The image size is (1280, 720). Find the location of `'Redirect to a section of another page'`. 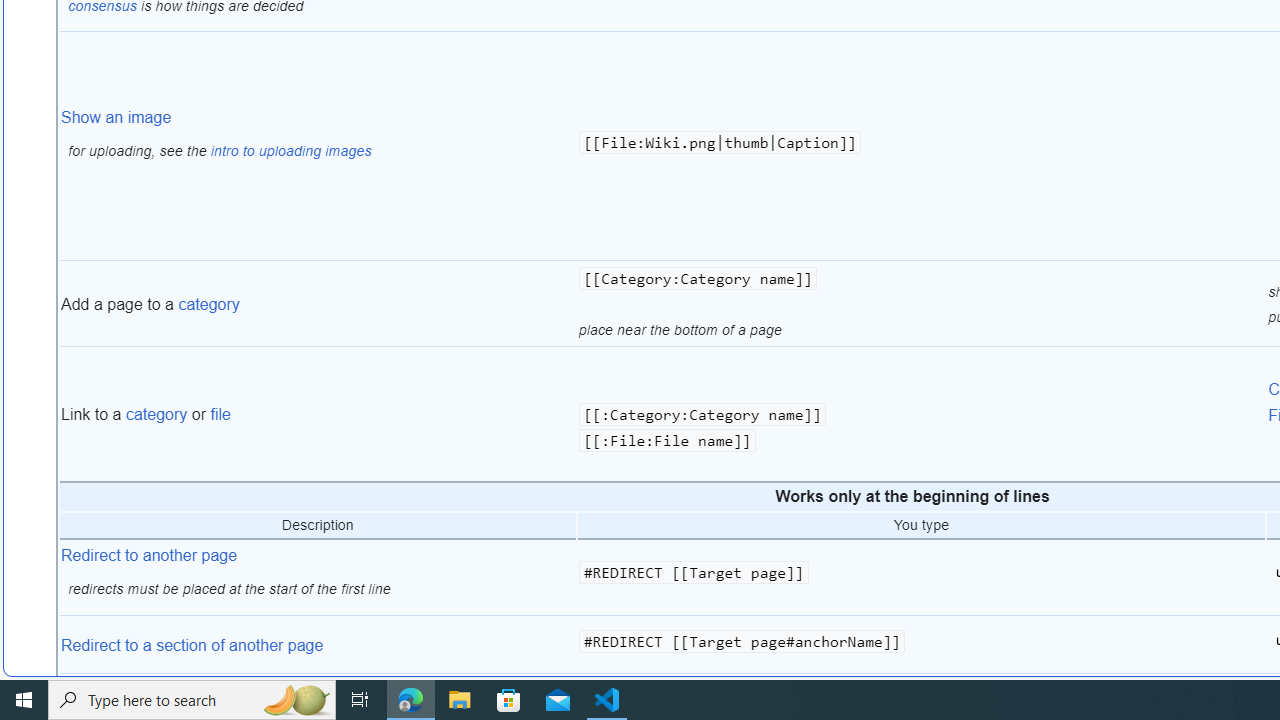

'Redirect to a section of another page' is located at coordinates (192, 644).